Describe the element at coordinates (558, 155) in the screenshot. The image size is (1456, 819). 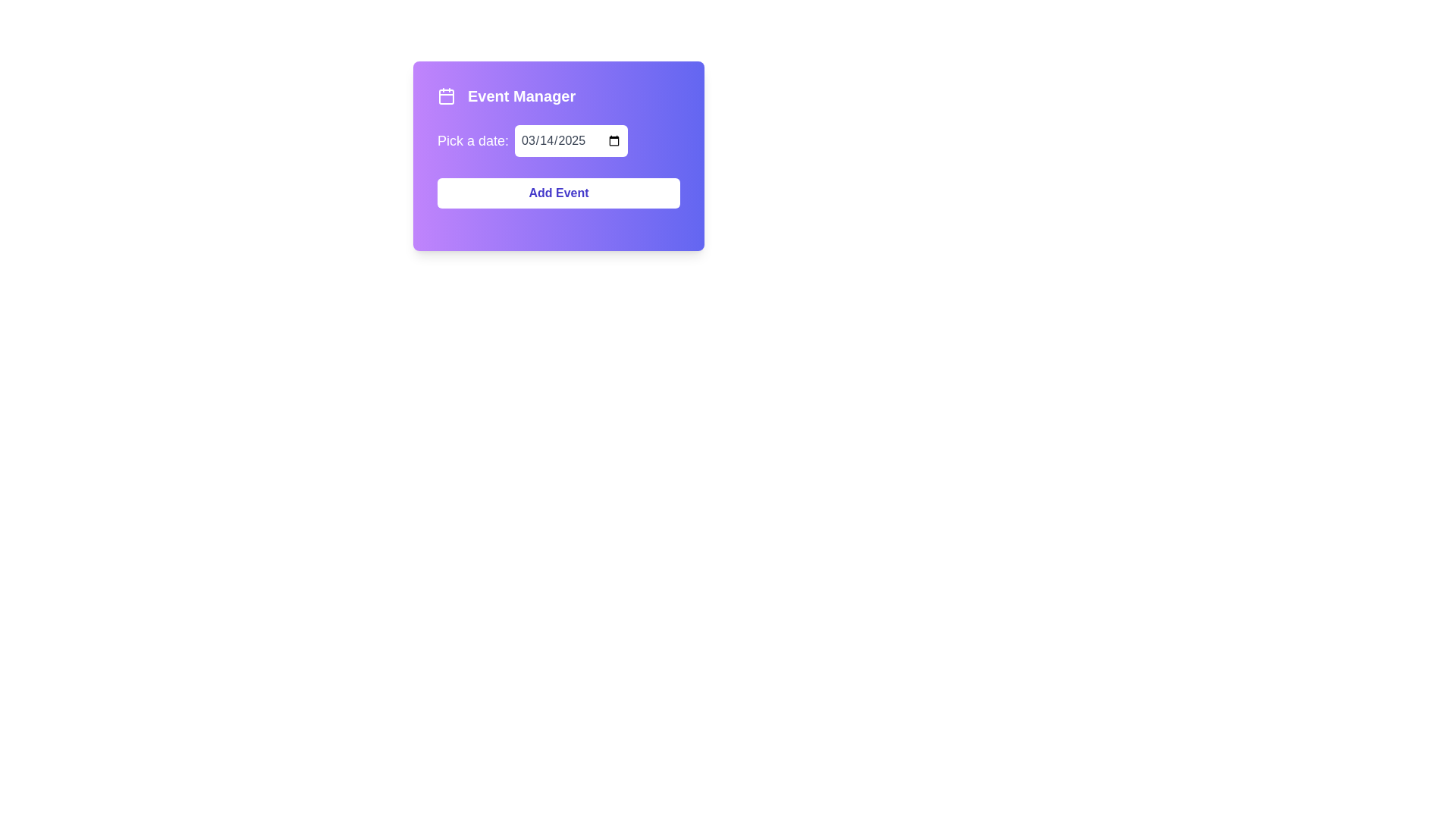
I see `a date from the date picker within the event manager interface, which contains a text title, a date picker input, and an 'Add Event' button` at that location.